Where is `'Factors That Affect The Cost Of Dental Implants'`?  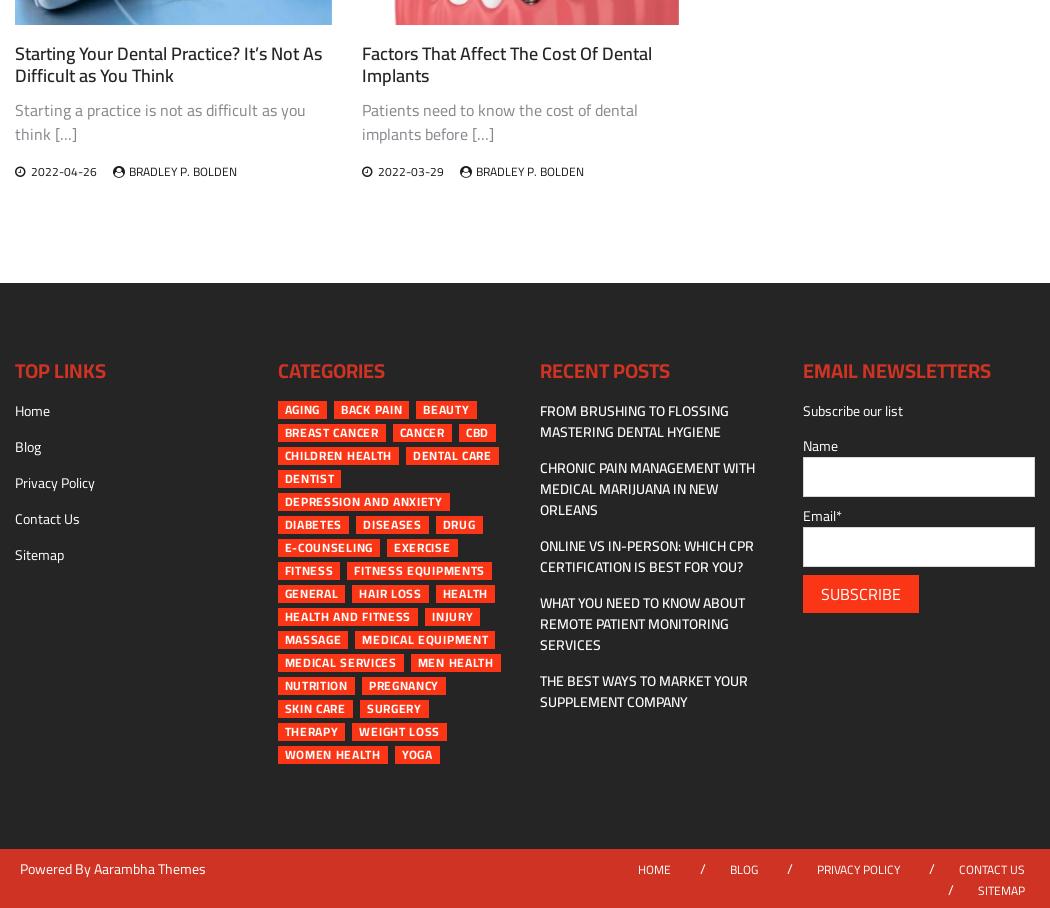
'Factors That Affect The Cost Of Dental Implants' is located at coordinates (359, 64).